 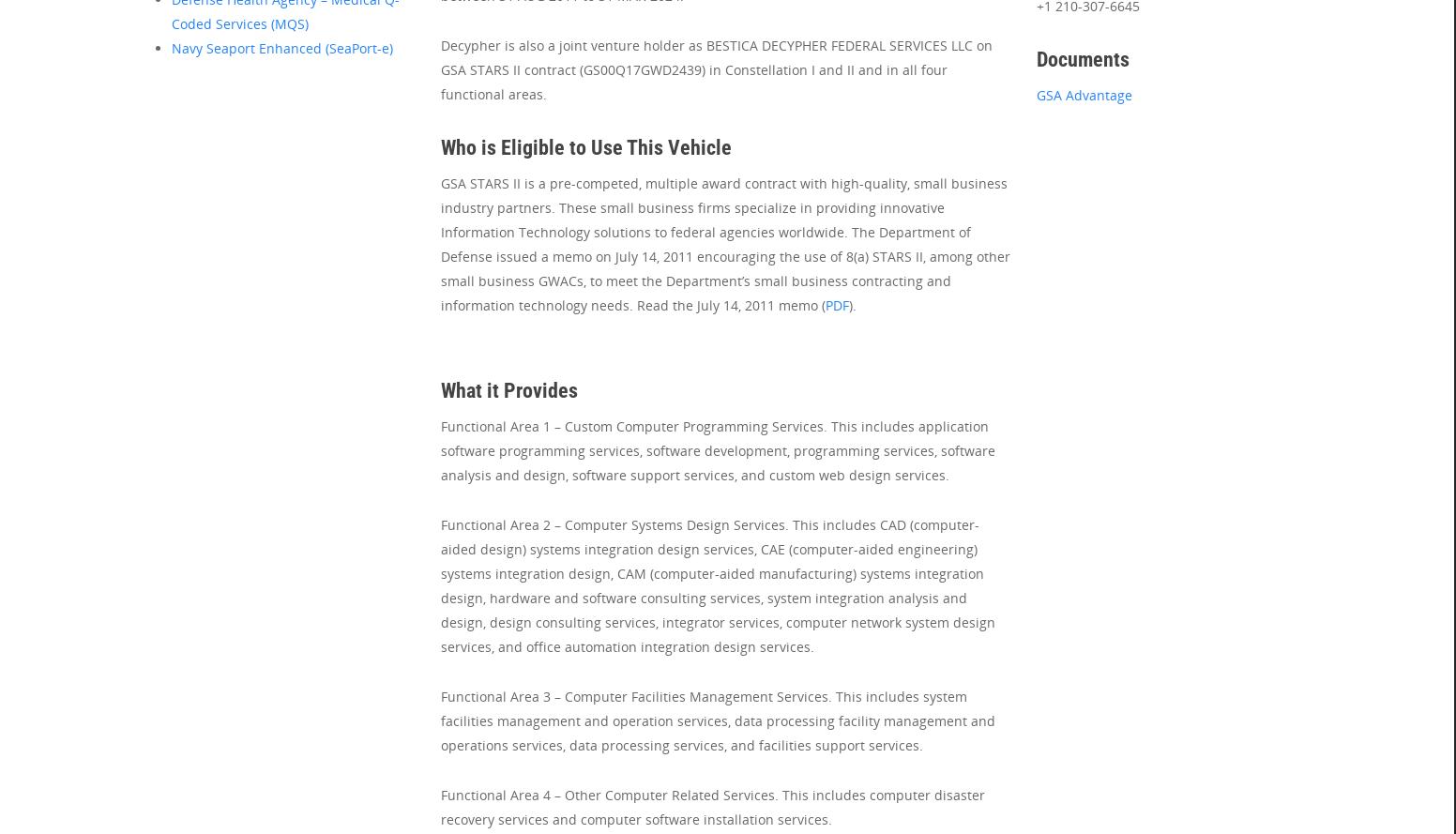 What do you see at coordinates (1037, 94) in the screenshot?
I see `'GSA Advantage'` at bounding box center [1037, 94].